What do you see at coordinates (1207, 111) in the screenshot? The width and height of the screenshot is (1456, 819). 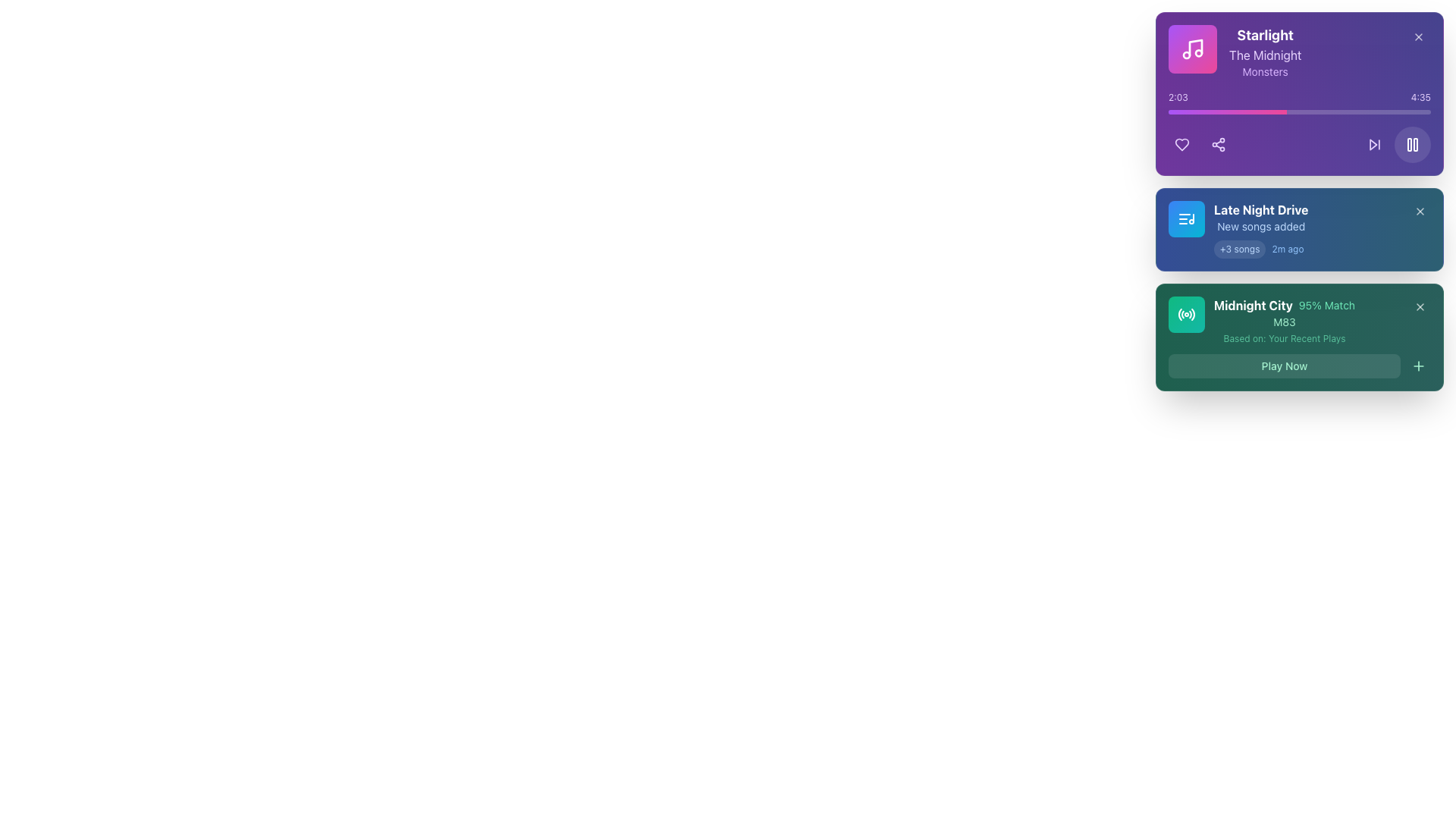 I see `playback progress` at bounding box center [1207, 111].